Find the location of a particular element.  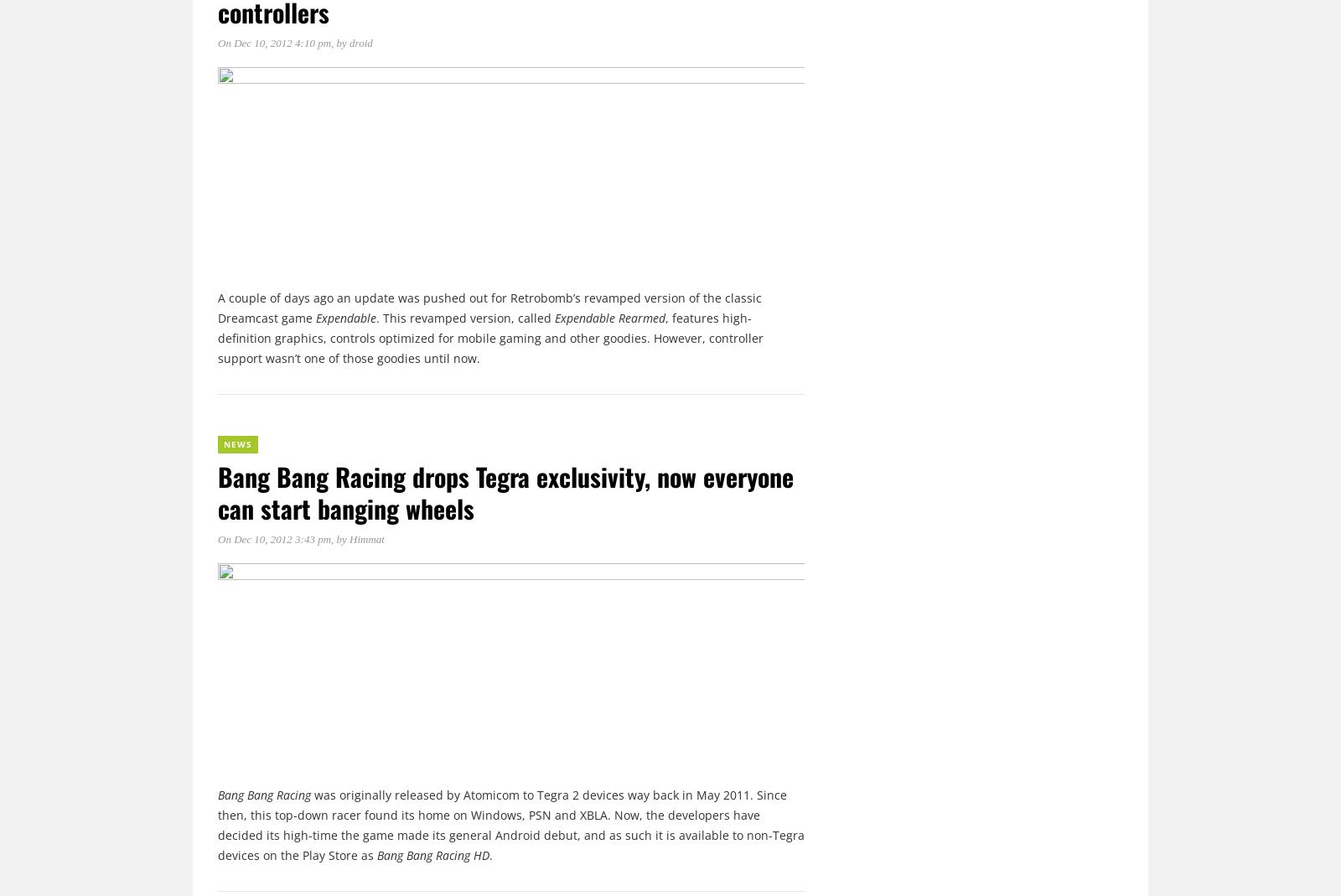

'News' is located at coordinates (238, 443).